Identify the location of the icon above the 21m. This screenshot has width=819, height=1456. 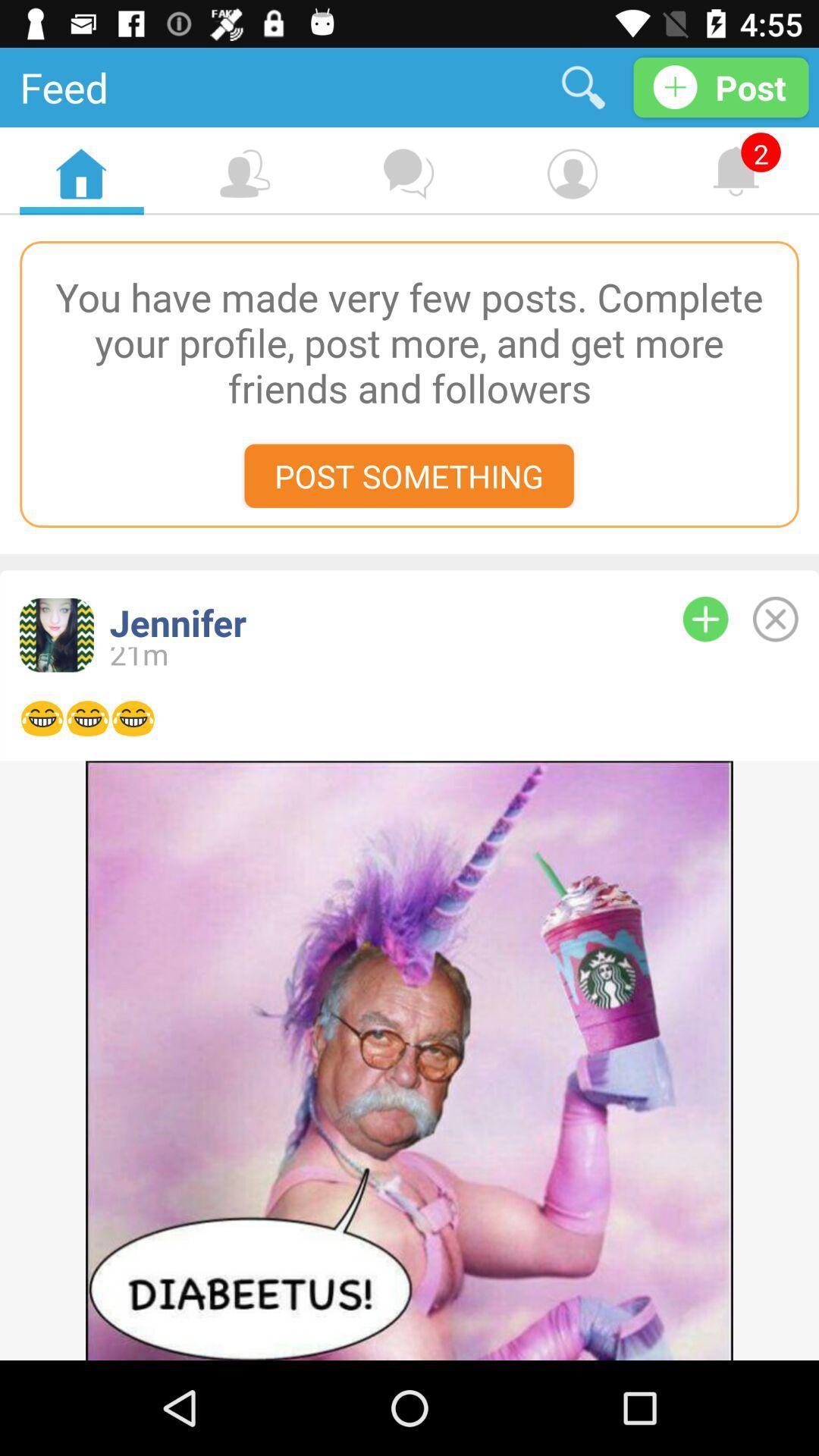
(371, 623).